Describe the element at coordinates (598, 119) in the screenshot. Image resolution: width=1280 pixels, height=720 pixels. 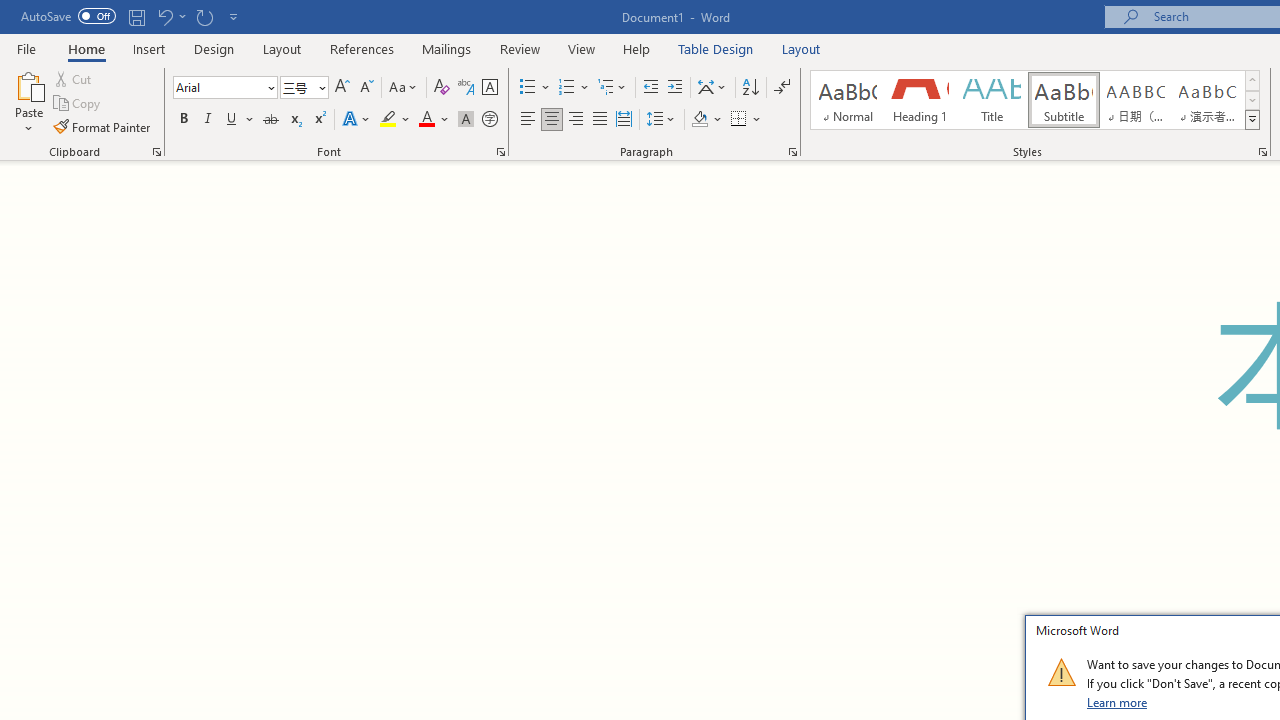
I see `'Justify'` at that location.